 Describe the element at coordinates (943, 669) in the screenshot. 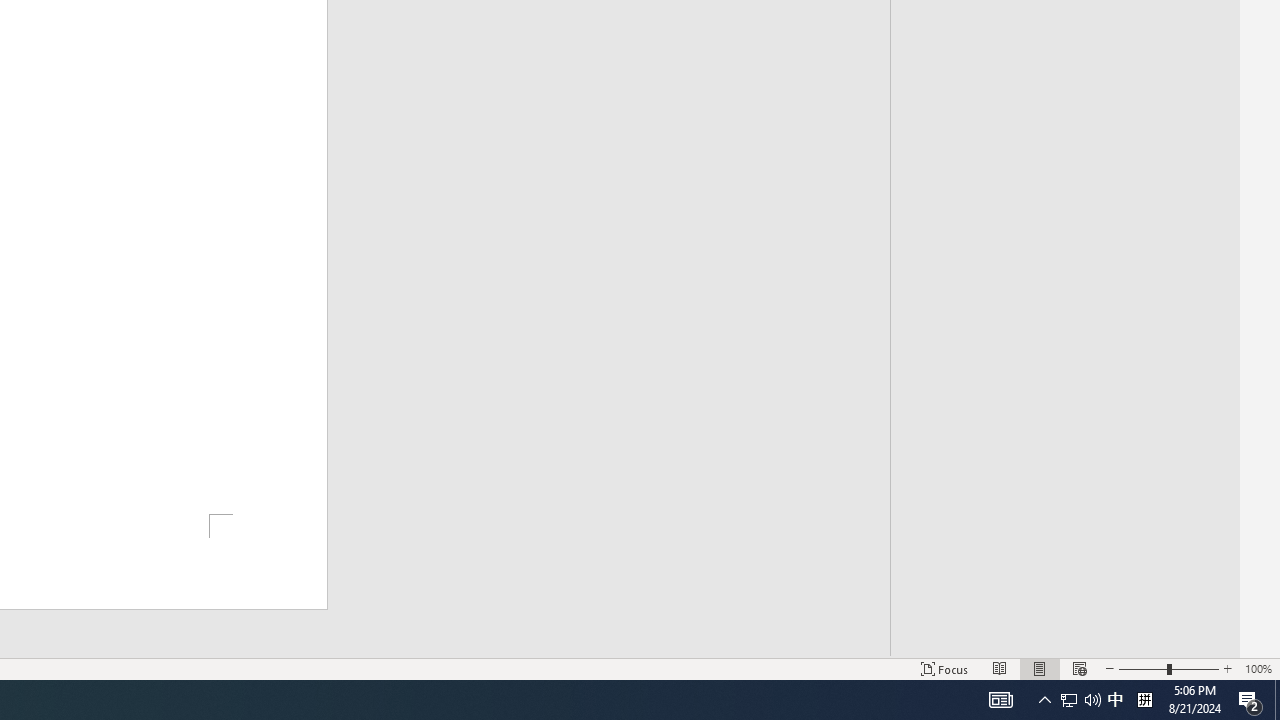

I see `'Focus '` at that location.